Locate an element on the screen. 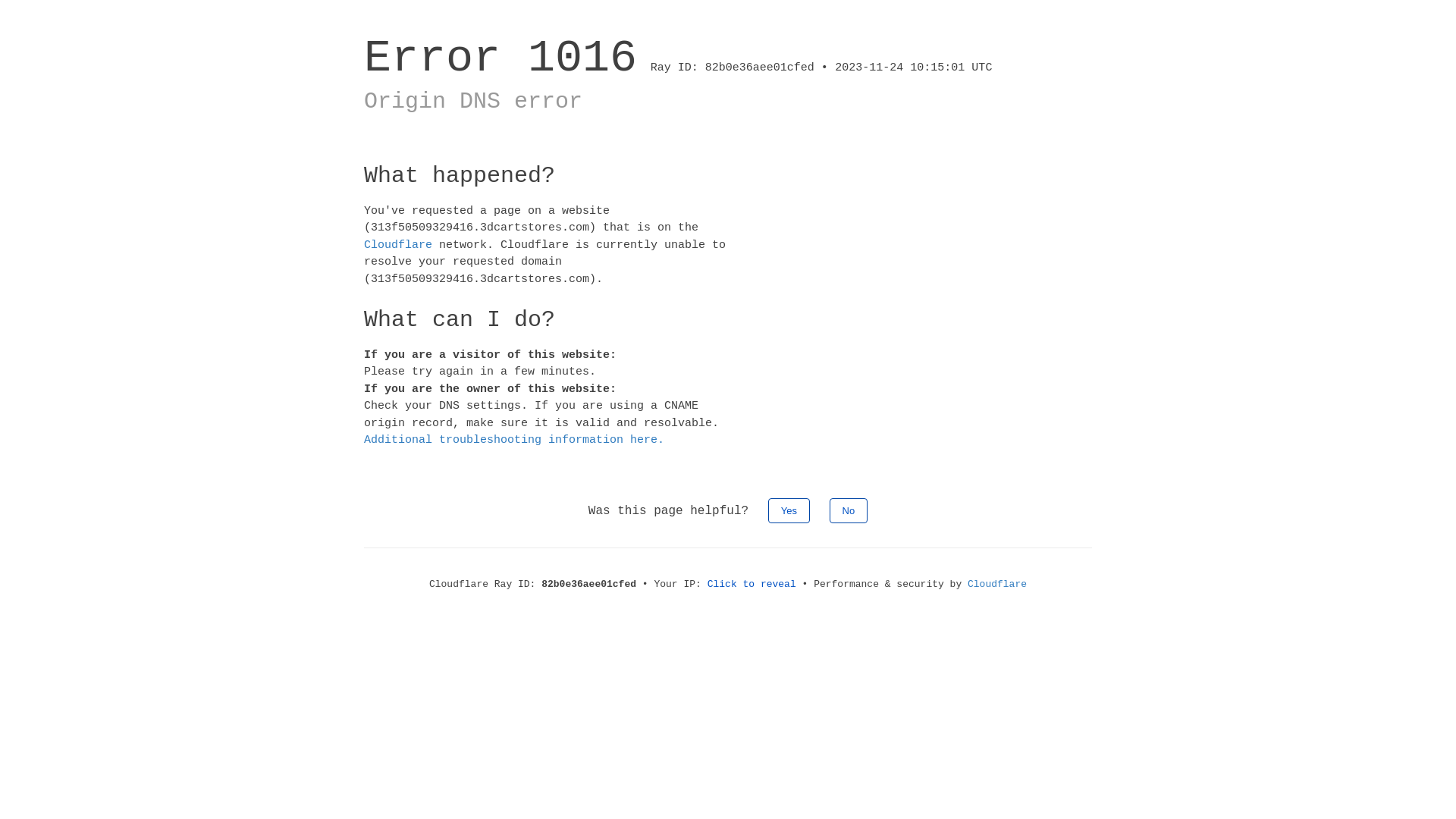 The width and height of the screenshot is (1456, 819). 'Yes' is located at coordinates (767, 510).